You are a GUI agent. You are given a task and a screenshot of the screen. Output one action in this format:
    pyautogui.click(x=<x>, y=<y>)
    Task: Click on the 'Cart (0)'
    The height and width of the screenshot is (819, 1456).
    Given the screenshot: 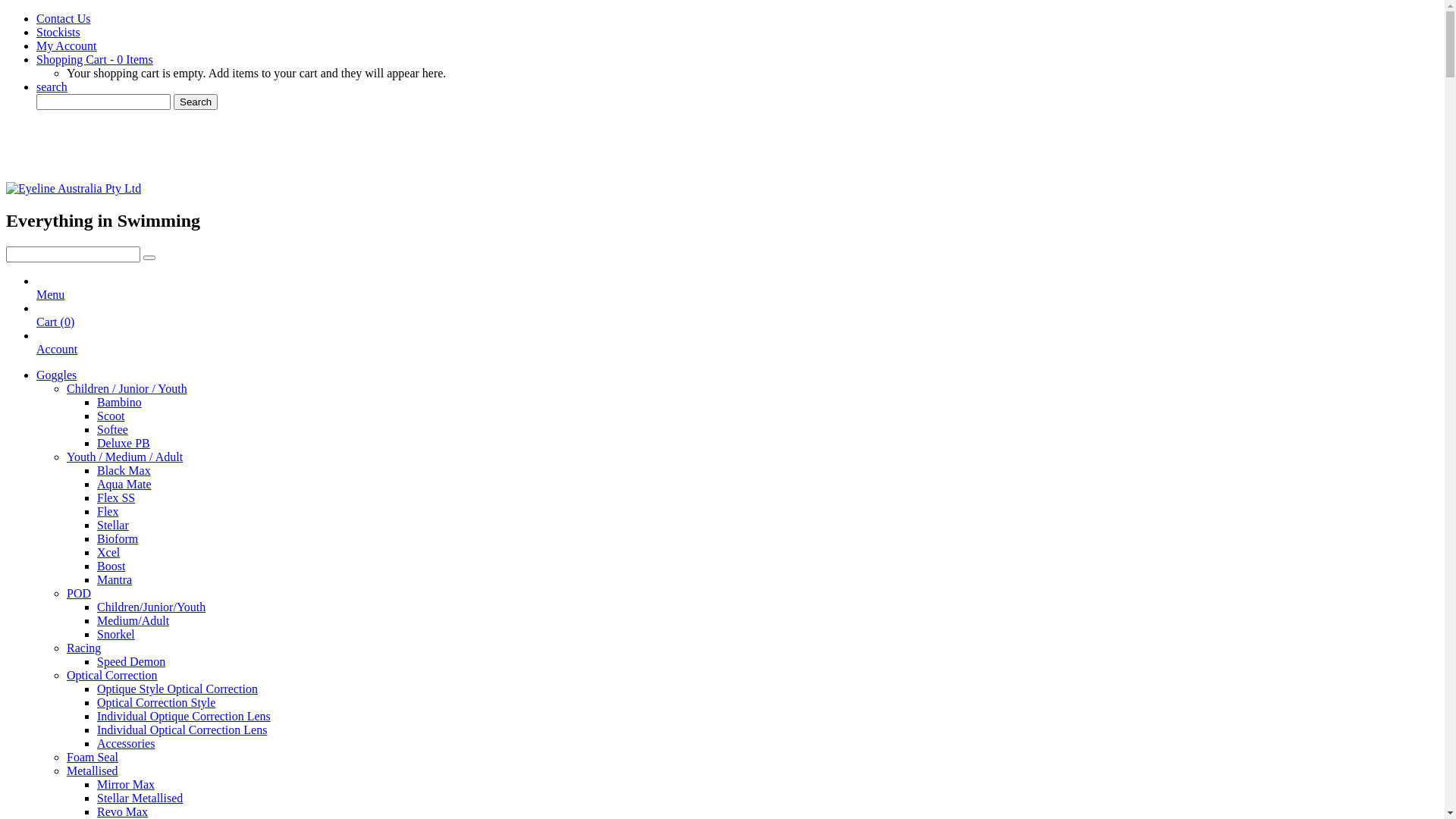 What is the action you would take?
    pyautogui.click(x=55, y=328)
    